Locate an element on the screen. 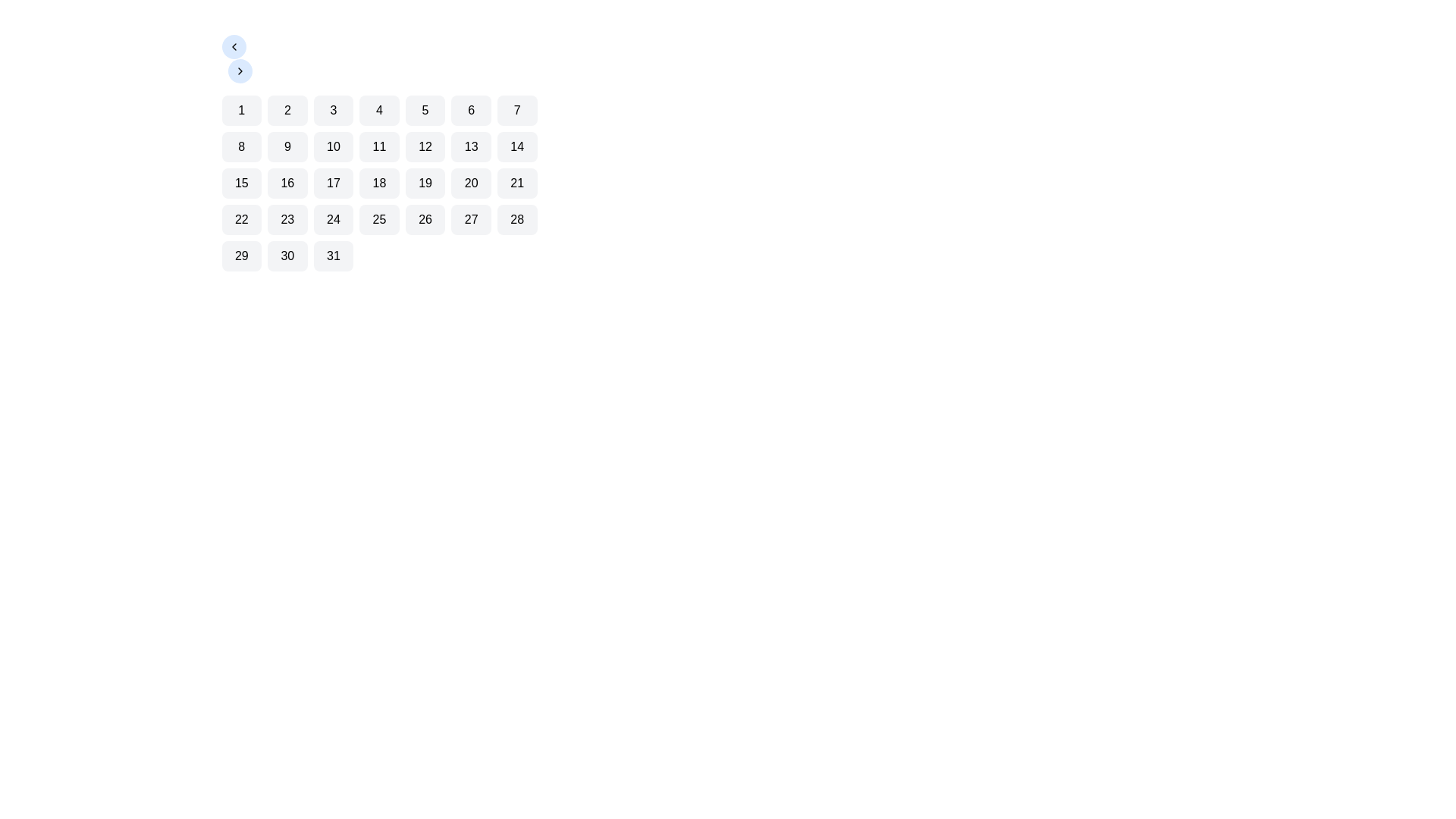  the button displaying the number '6' in a multi-row grid layout is located at coordinates (470, 110).